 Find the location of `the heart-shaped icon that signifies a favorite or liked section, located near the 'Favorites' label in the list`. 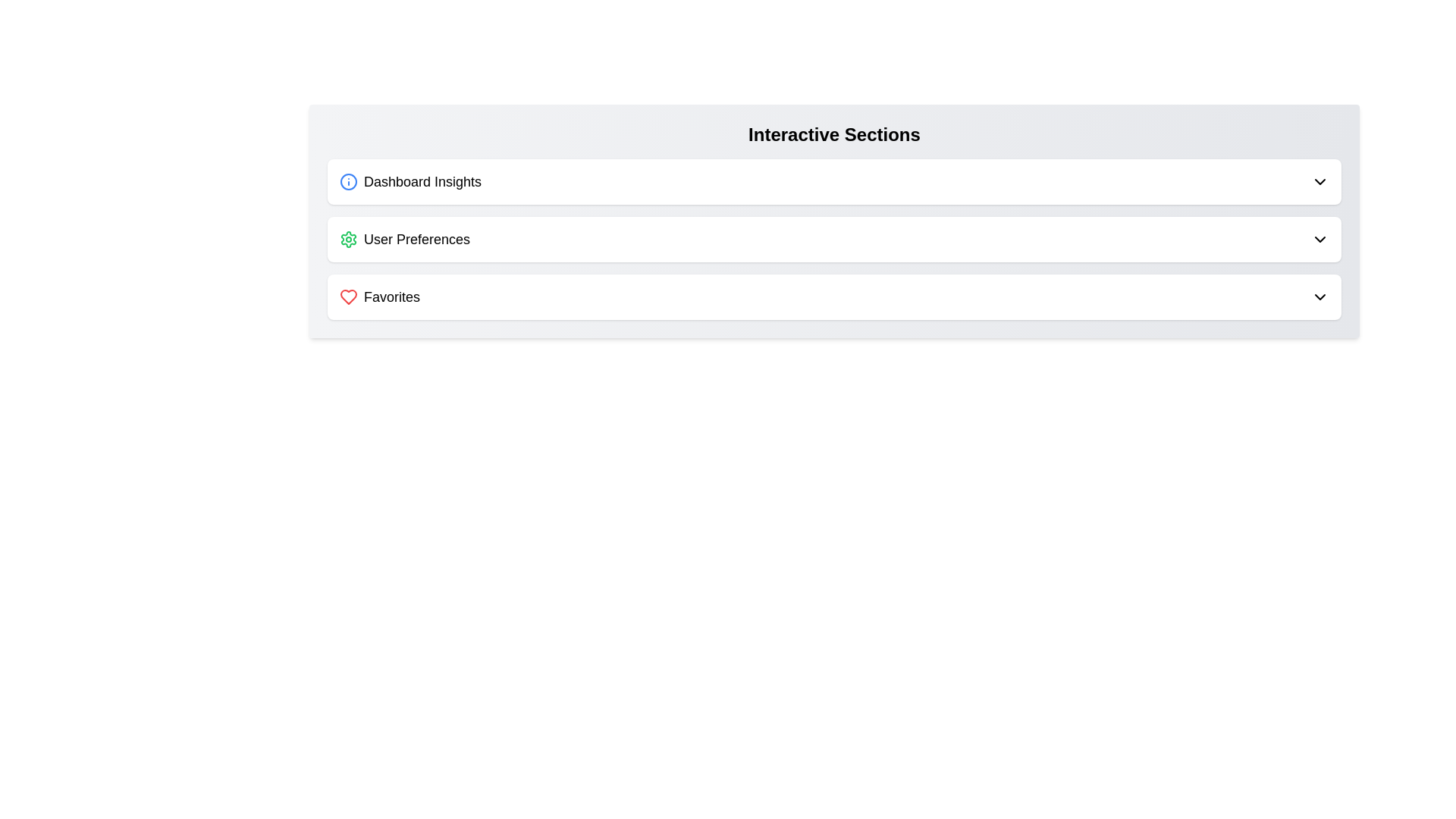

the heart-shaped icon that signifies a favorite or liked section, located near the 'Favorites' label in the list is located at coordinates (348, 297).